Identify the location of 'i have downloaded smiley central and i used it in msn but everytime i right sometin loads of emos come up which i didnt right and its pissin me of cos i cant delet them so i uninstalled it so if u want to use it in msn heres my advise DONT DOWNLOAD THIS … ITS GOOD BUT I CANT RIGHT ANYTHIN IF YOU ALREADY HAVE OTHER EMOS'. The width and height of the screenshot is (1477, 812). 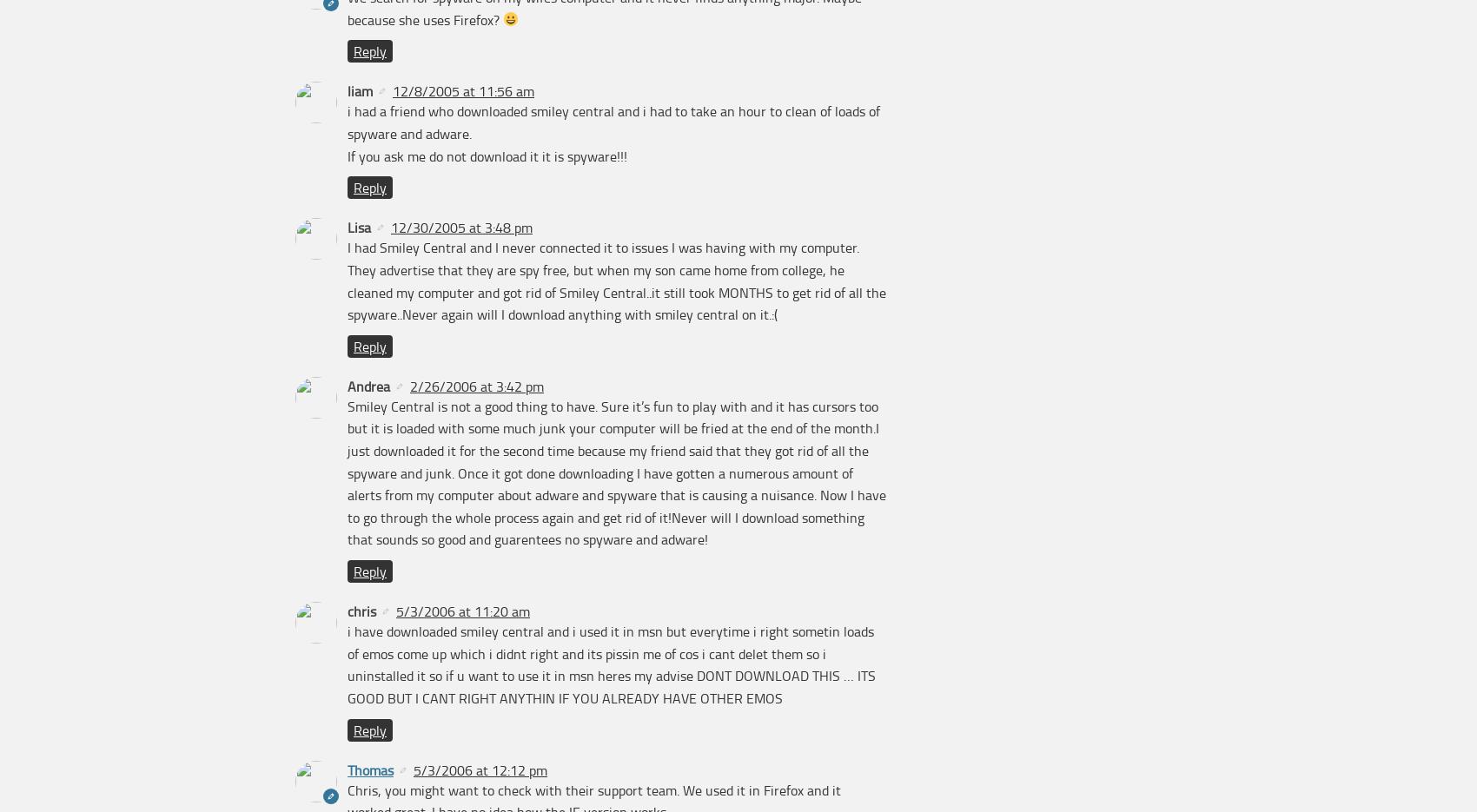
(347, 664).